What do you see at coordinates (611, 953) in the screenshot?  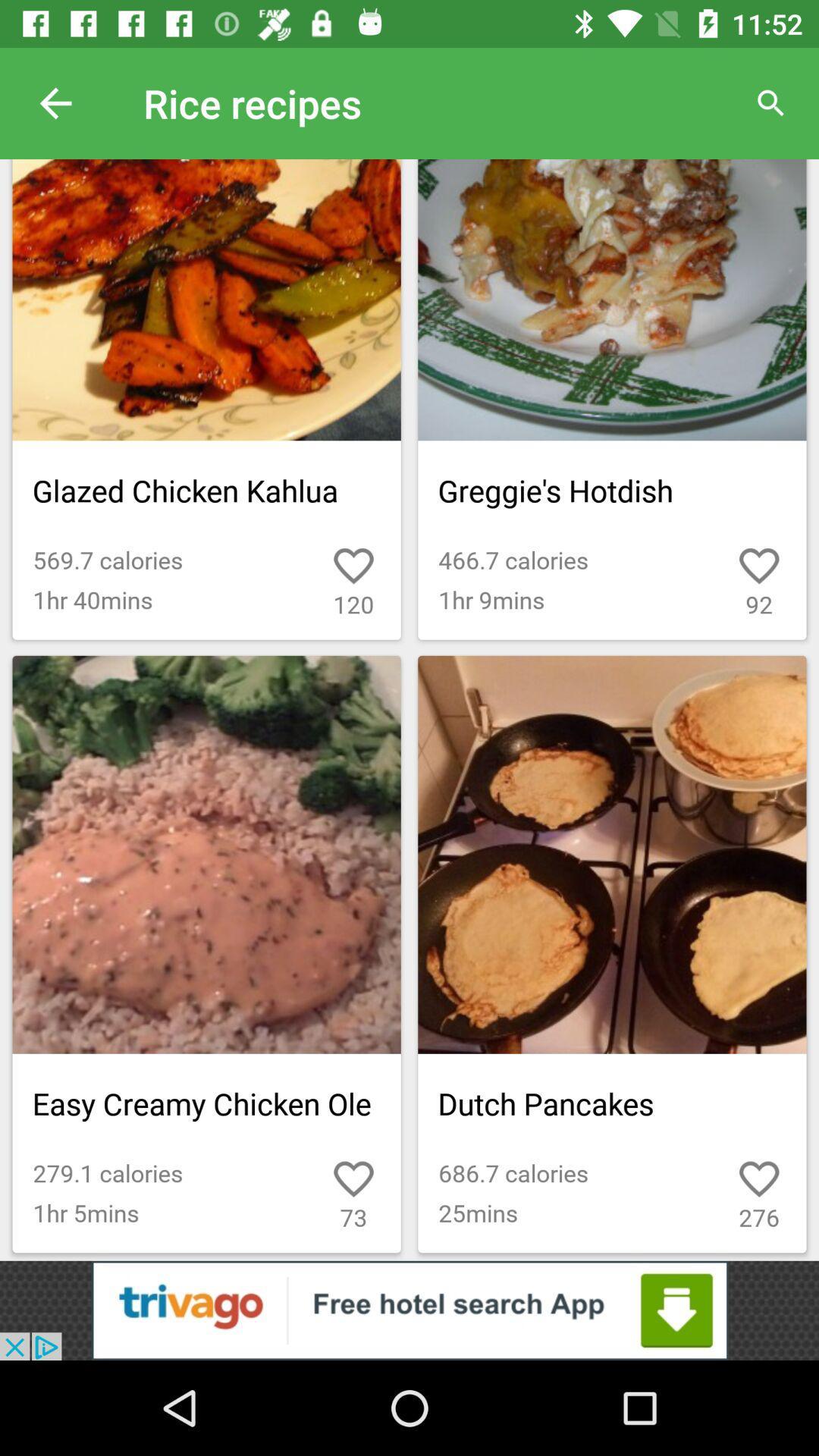 I see `the last image of the page` at bounding box center [611, 953].